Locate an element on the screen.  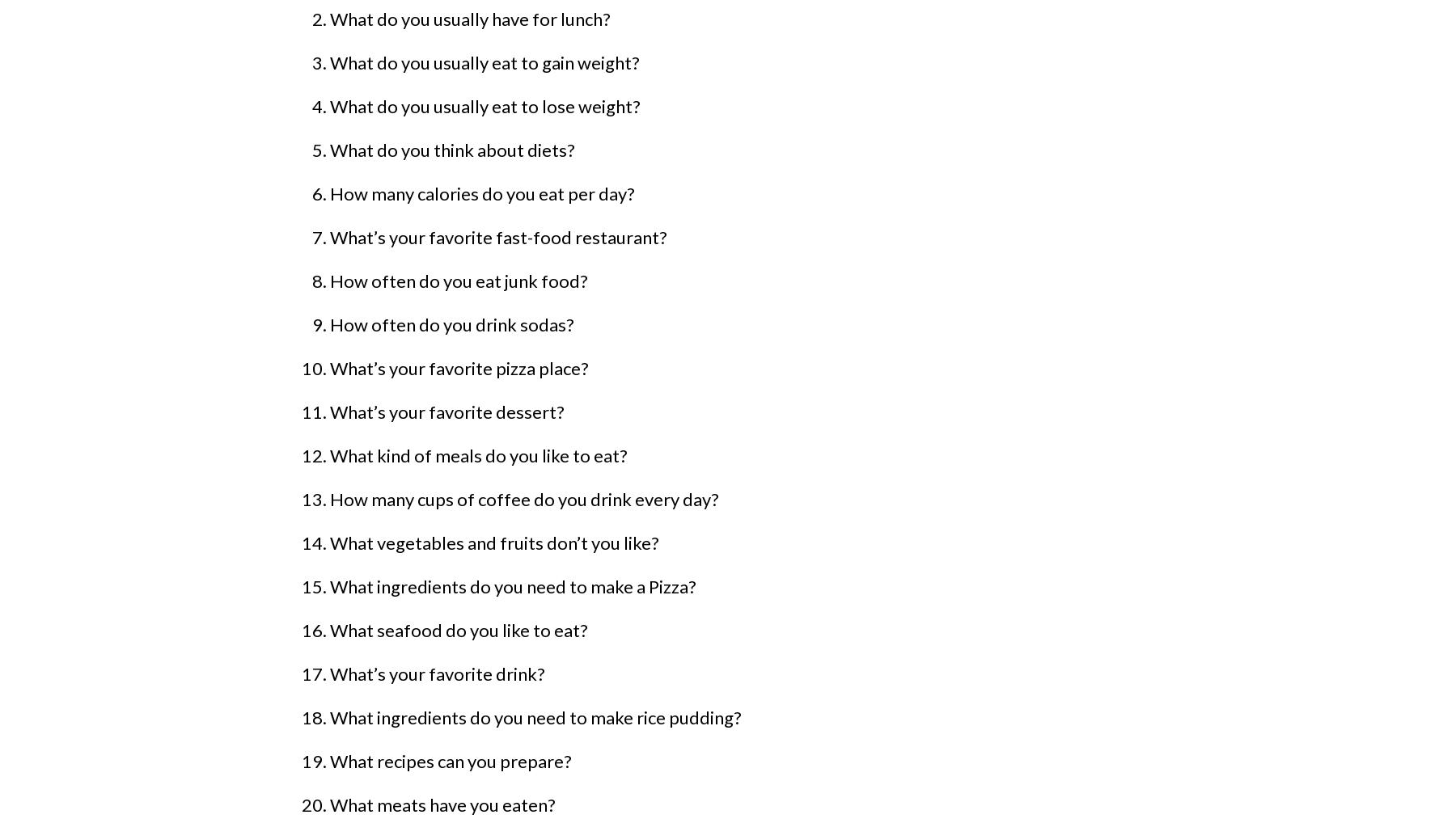
'What’s your
favorite drink?' is located at coordinates (438, 673).